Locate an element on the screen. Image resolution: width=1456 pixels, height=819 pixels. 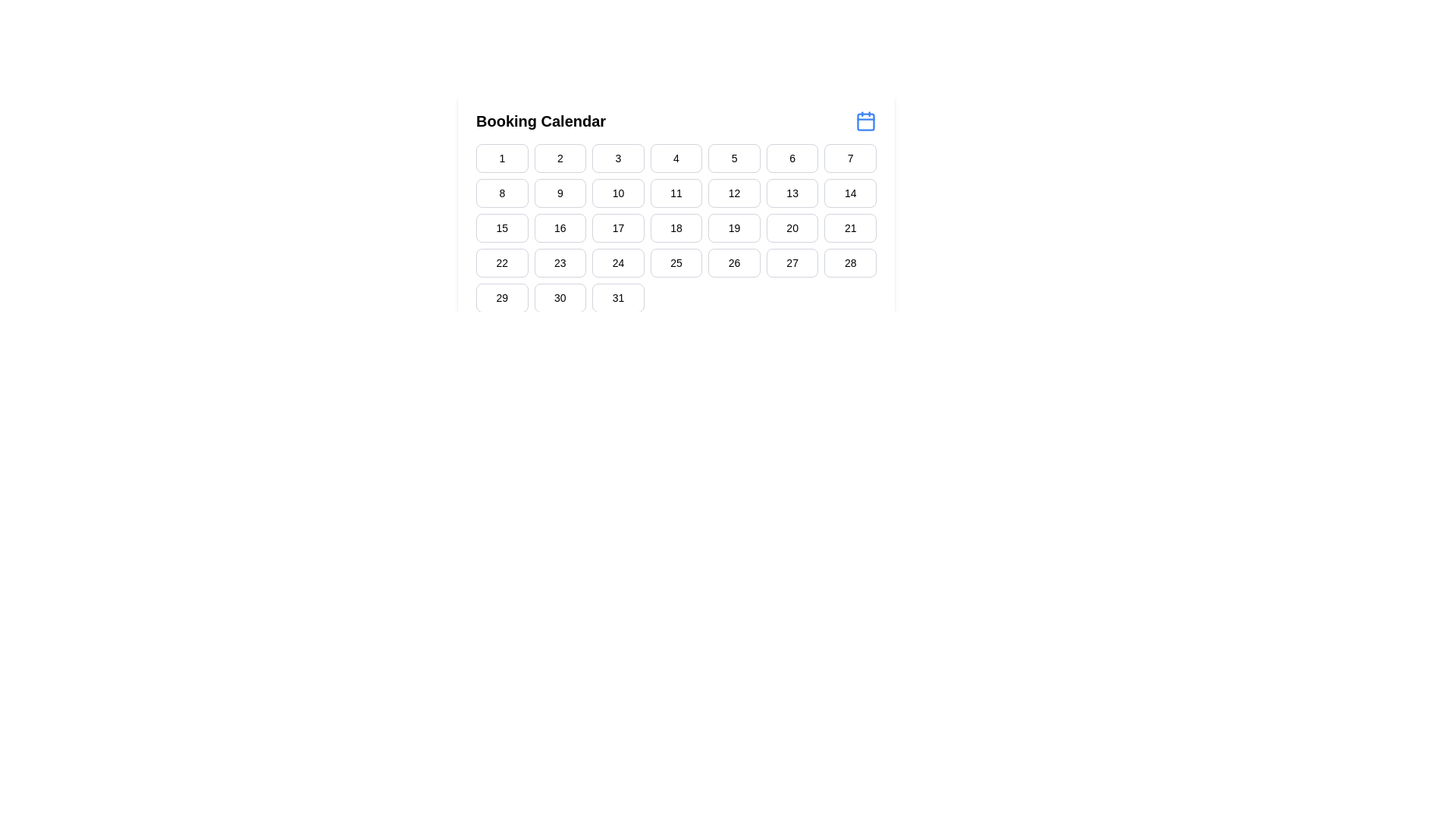
the button representing the 22nd date in the calendar interface is located at coordinates (502, 262).